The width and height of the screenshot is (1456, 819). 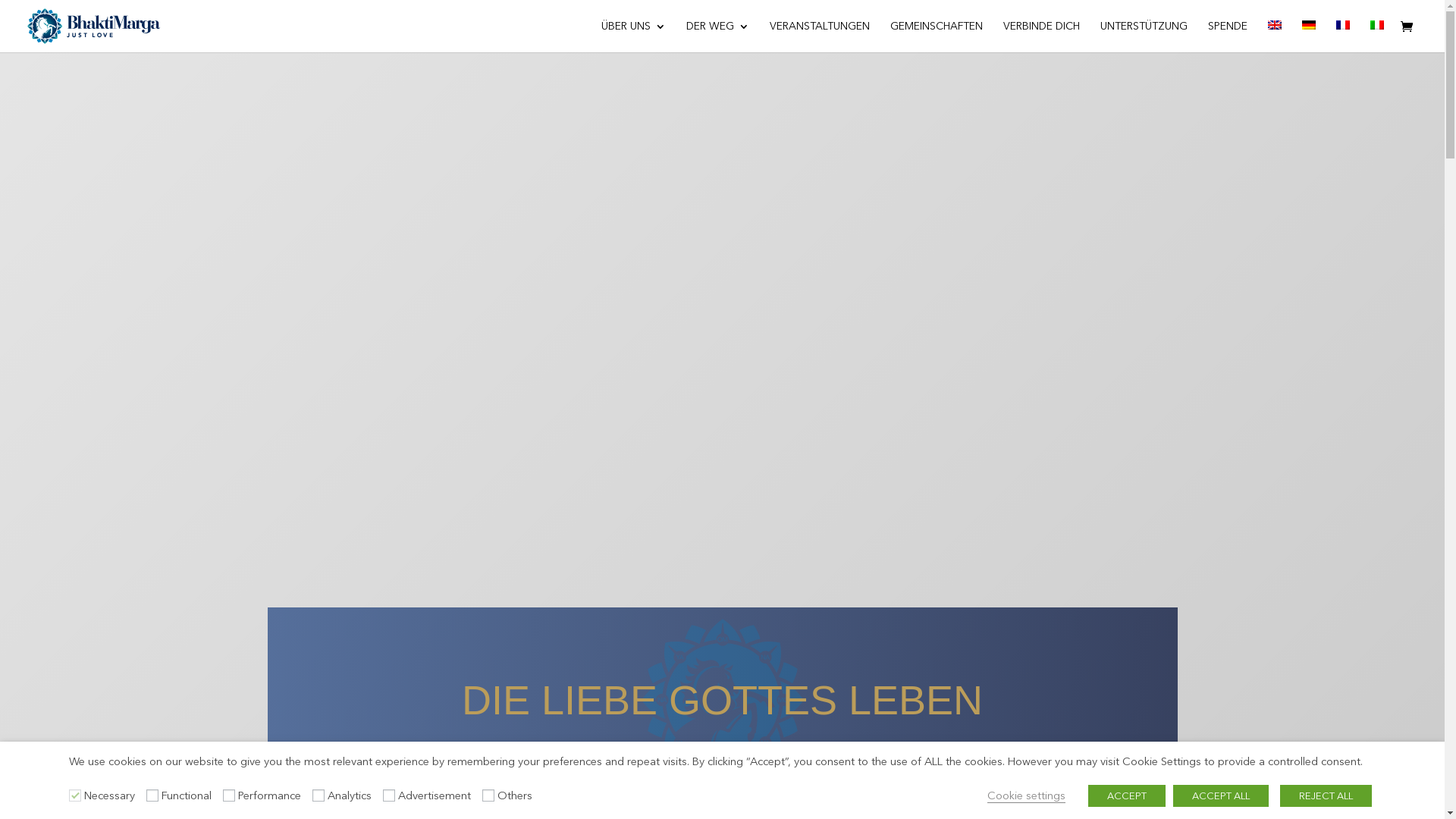 What do you see at coordinates (1026, 795) in the screenshot?
I see `'Cookie settings'` at bounding box center [1026, 795].